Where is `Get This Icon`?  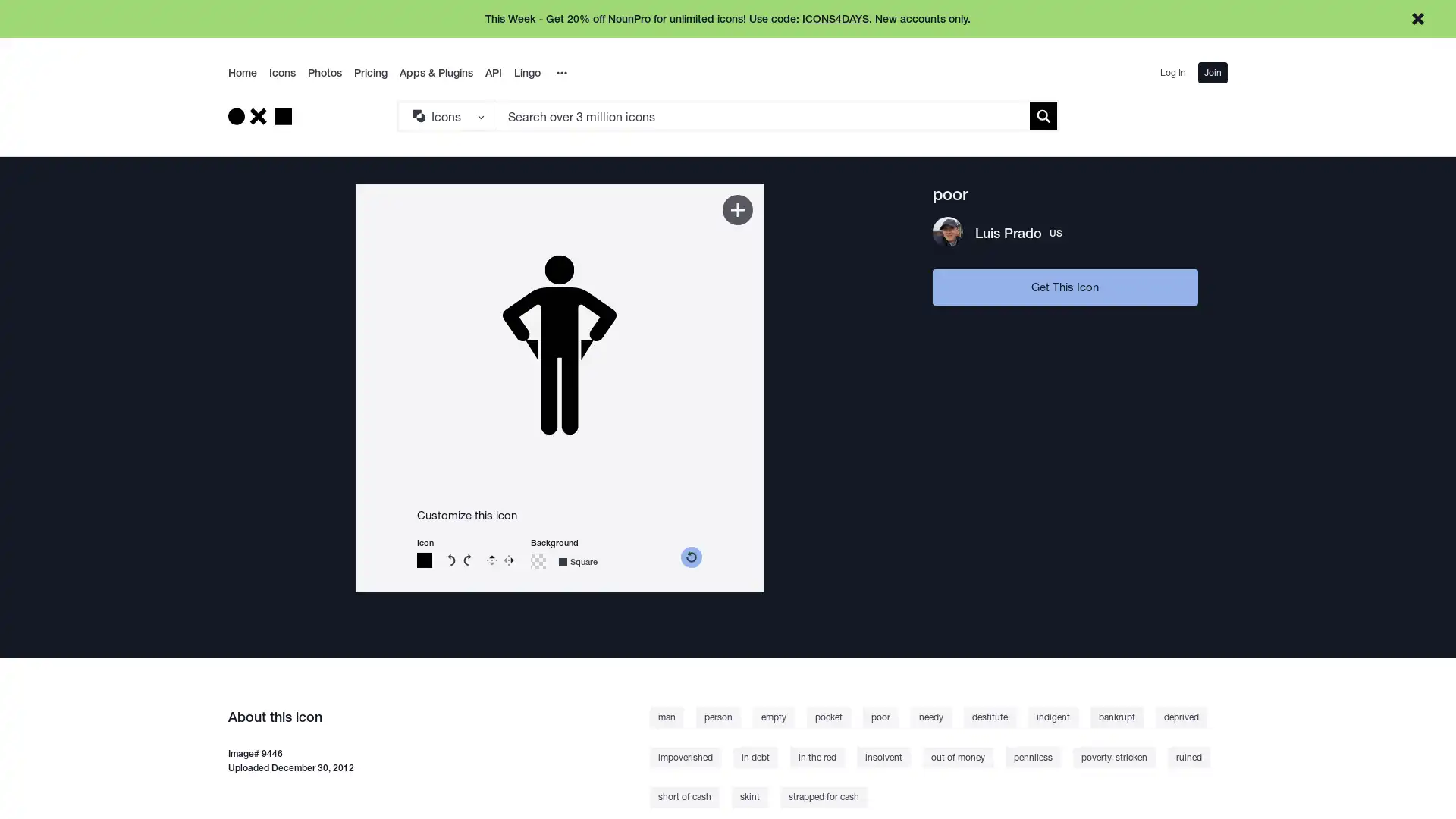
Get This Icon is located at coordinates (1063, 287).